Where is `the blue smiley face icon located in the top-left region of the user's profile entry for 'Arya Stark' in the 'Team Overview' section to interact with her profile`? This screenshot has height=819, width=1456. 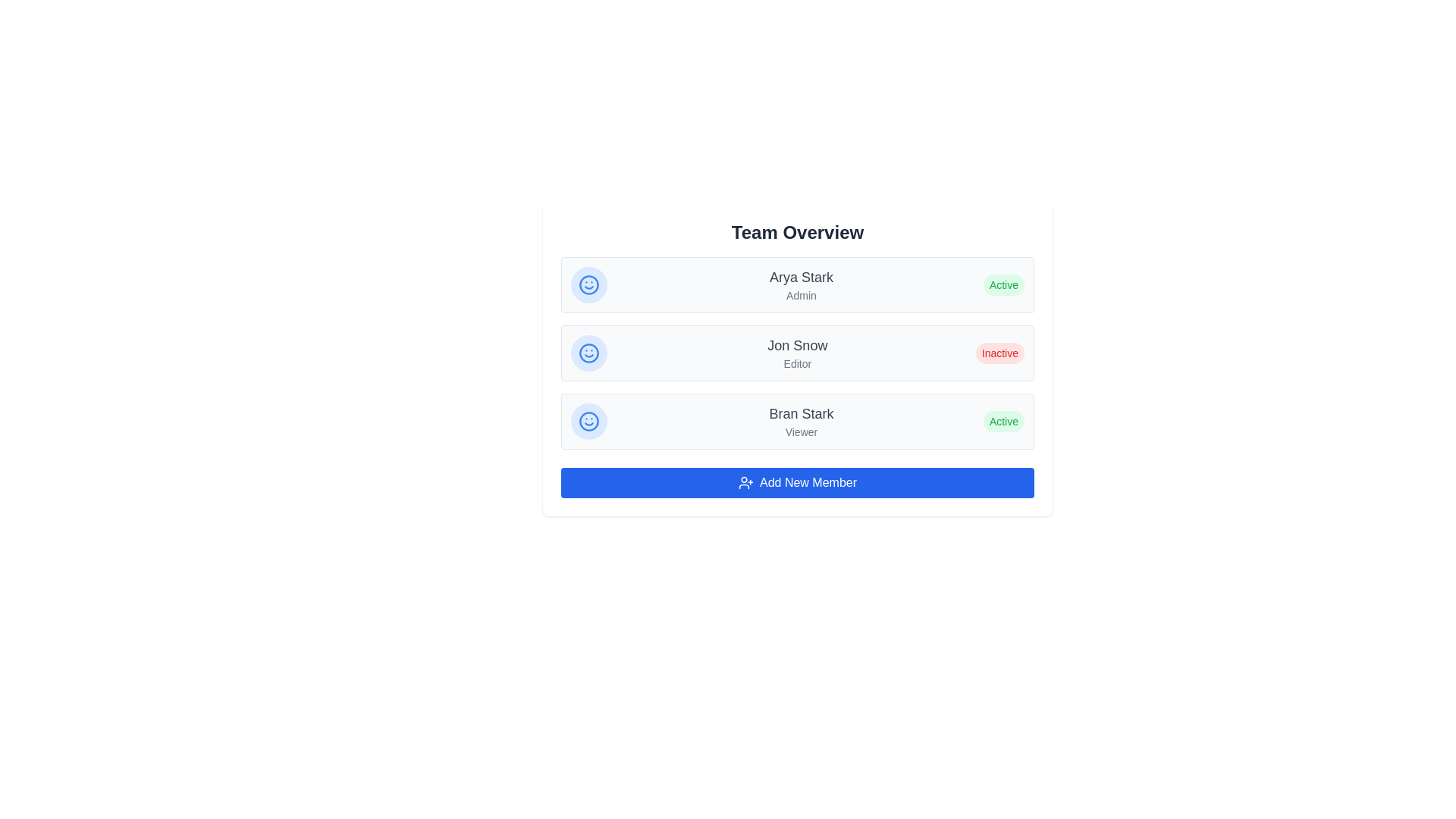 the blue smiley face icon located in the top-left region of the user's profile entry for 'Arya Stark' in the 'Team Overview' section to interact with her profile is located at coordinates (588, 284).